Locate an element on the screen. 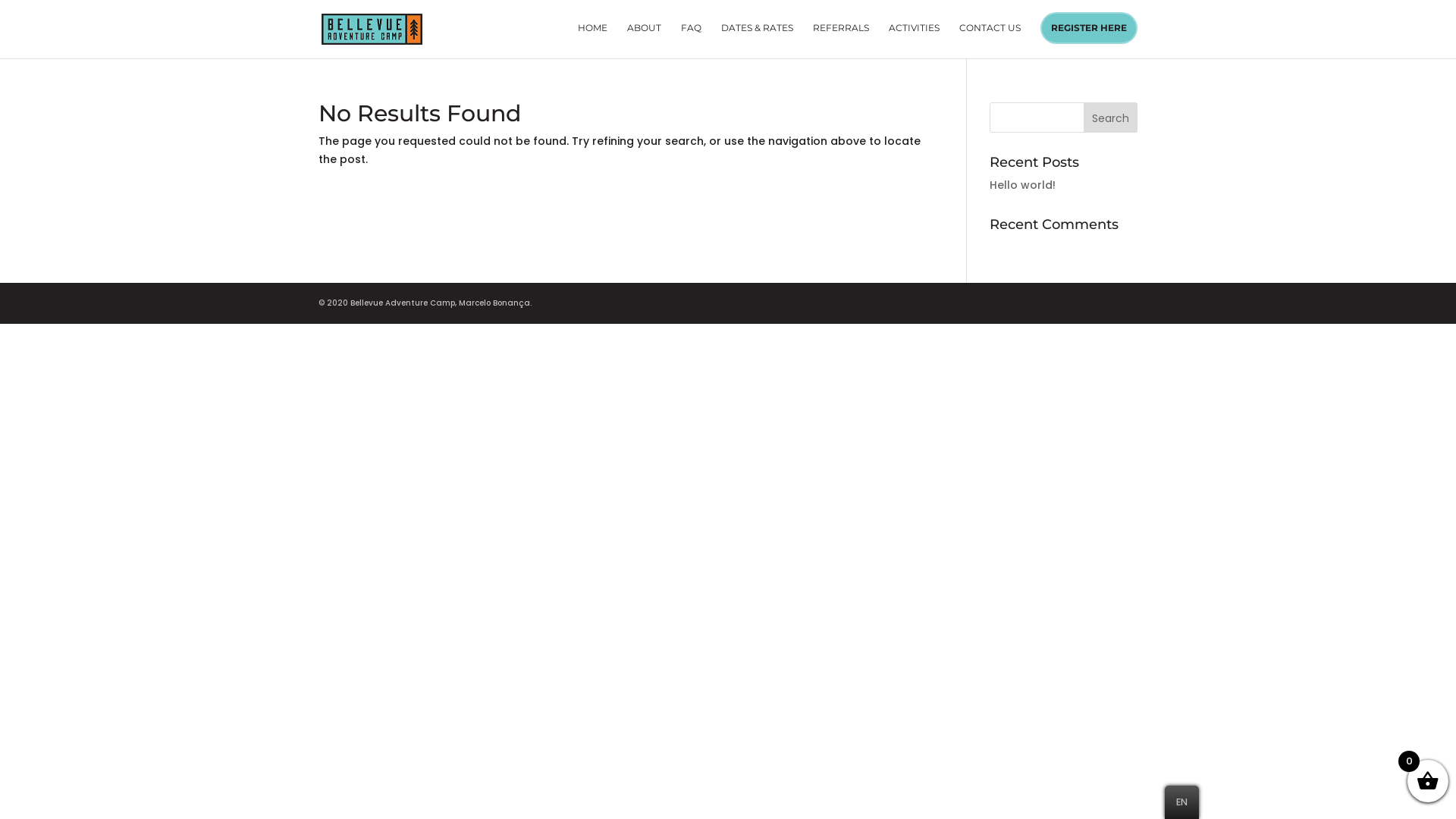  'Search' is located at coordinates (1110, 116).